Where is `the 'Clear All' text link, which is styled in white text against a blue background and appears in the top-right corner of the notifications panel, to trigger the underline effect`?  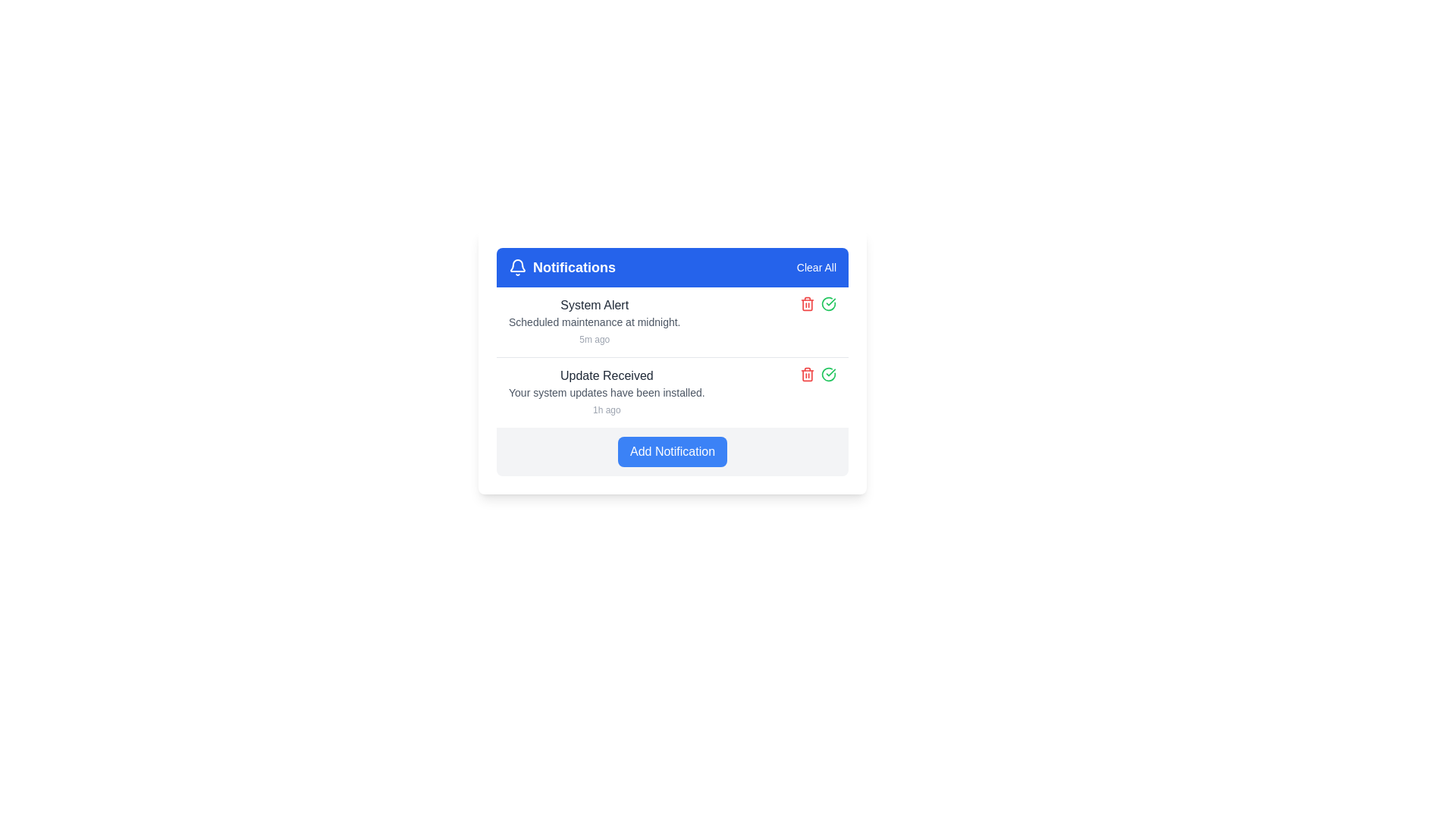 the 'Clear All' text link, which is styled in white text against a blue background and appears in the top-right corner of the notifications panel, to trigger the underline effect is located at coordinates (815, 267).